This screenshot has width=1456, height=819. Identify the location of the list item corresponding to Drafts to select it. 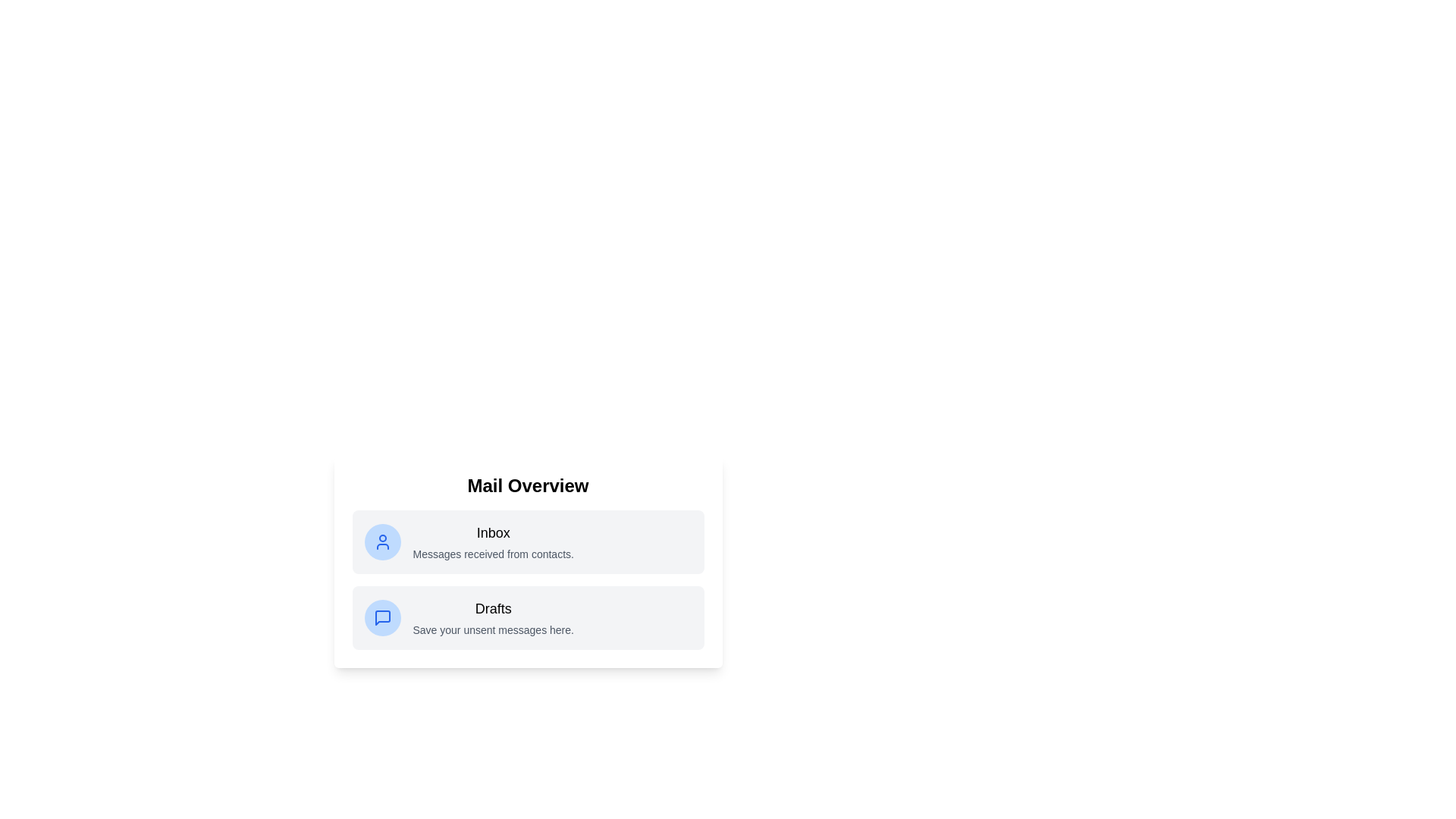
(528, 617).